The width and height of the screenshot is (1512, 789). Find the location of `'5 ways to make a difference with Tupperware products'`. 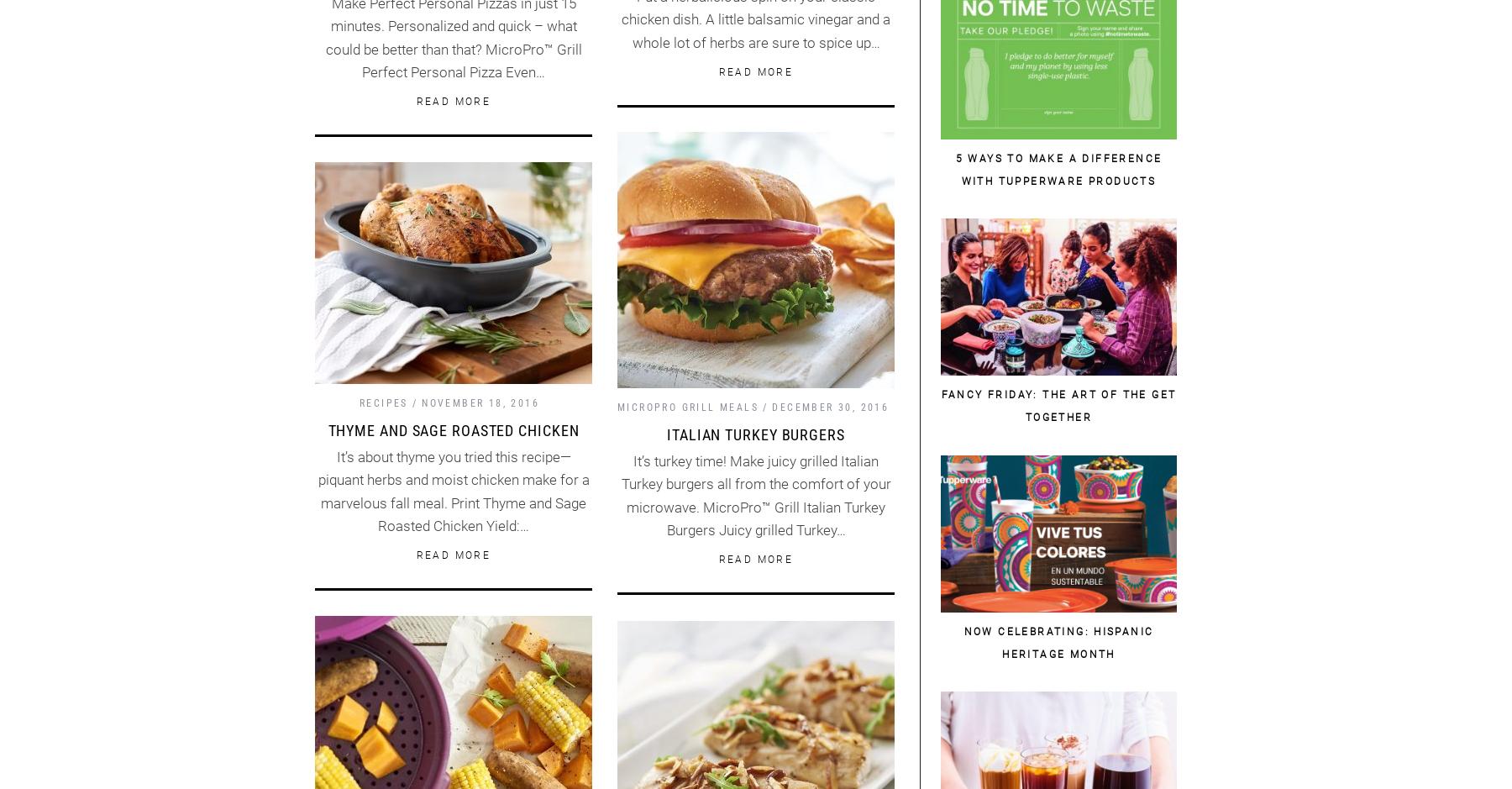

'5 ways to make a difference with Tupperware products' is located at coordinates (1058, 168).